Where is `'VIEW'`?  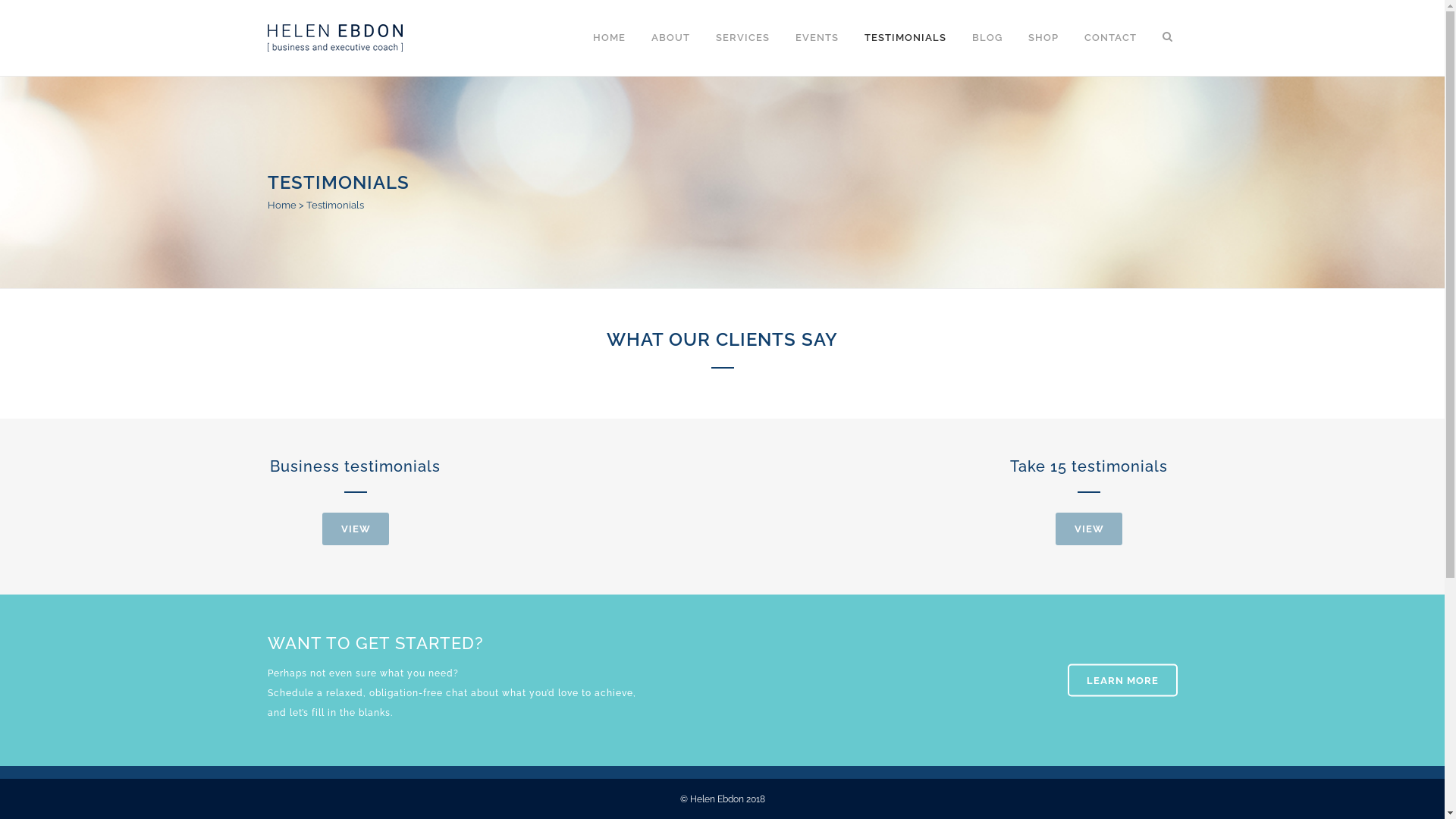 'VIEW' is located at coordinates (322, 528).